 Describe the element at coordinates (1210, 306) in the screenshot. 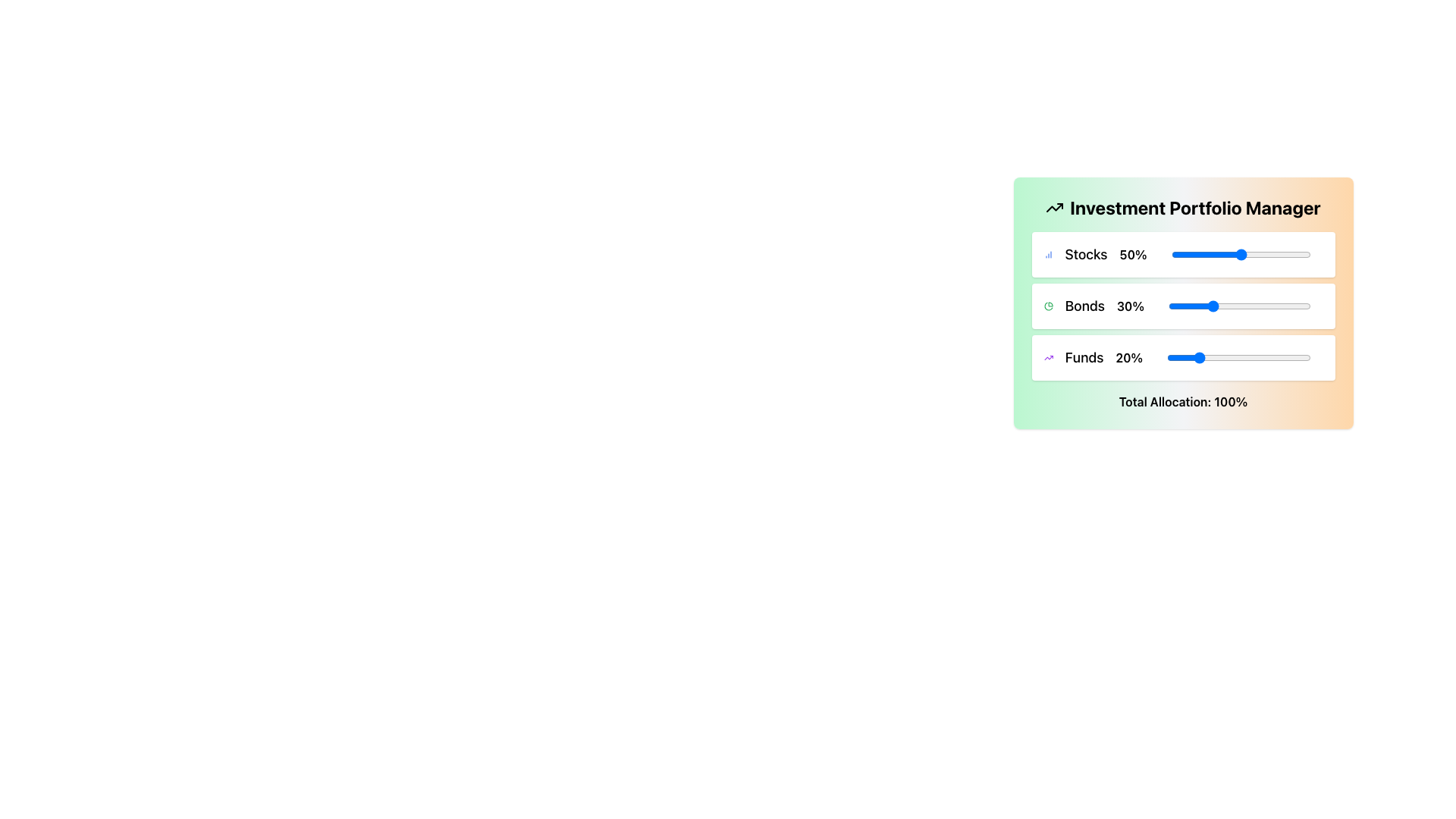

I see `the Bonds slider value` at that location.